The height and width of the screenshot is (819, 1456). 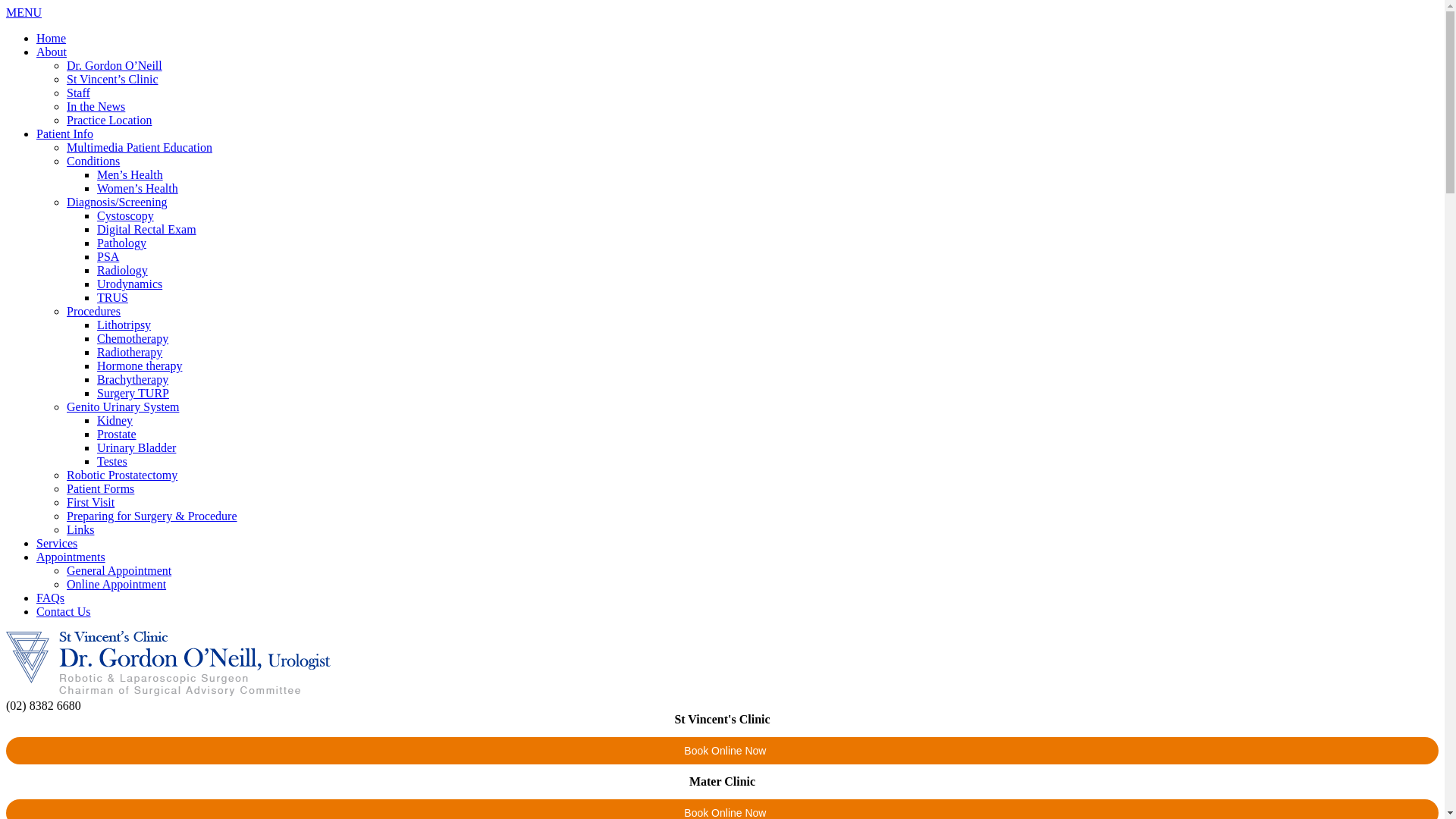 What do you see at coordinates (93, 161) in the screenshot?
I see `'Conditions'` at bounding box center [93, 161].